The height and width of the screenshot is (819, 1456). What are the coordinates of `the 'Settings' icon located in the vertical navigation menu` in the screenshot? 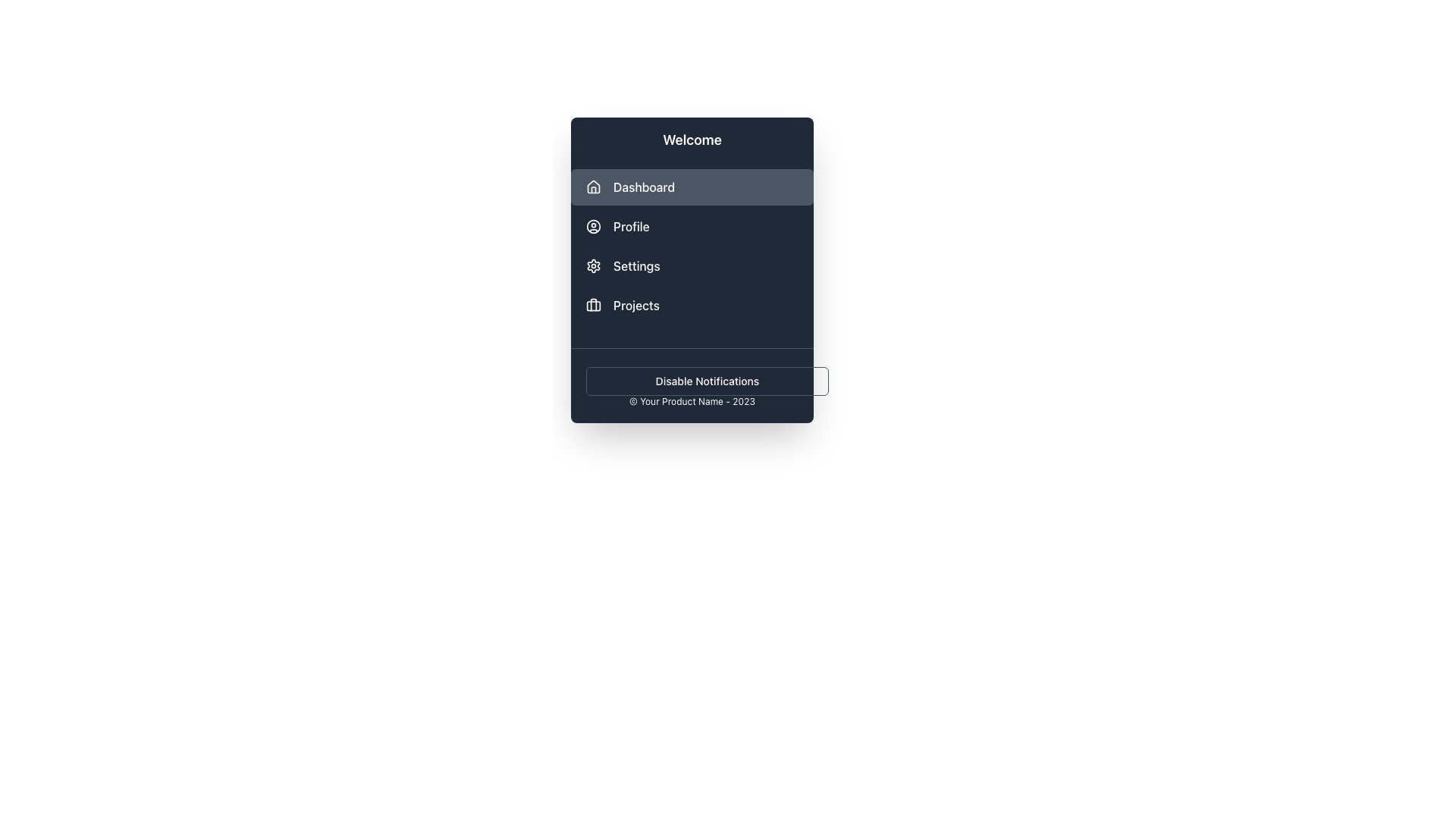 It's located at (592, 265).